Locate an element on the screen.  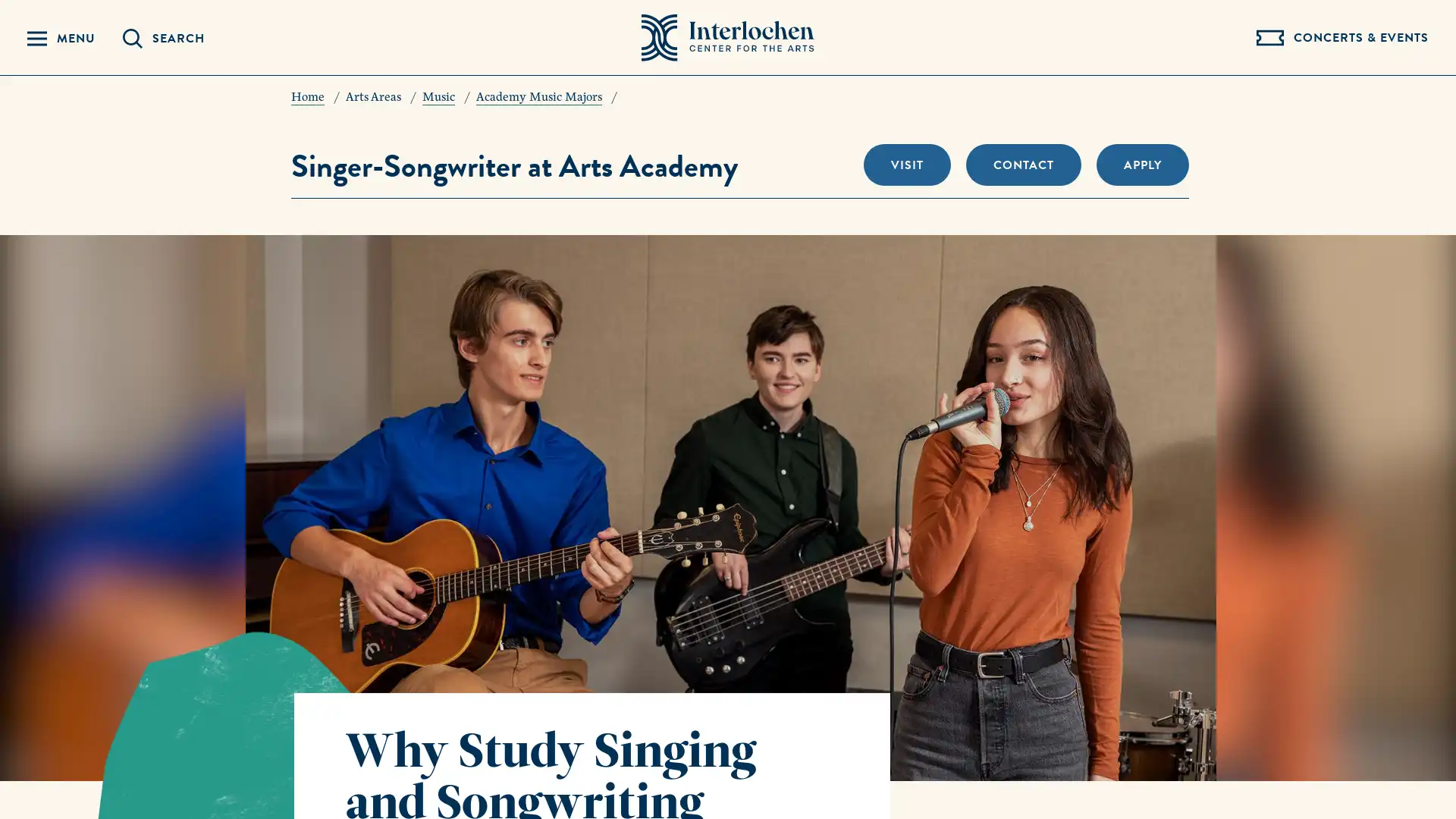
Reveal Search is located at coordinates (164, 37).